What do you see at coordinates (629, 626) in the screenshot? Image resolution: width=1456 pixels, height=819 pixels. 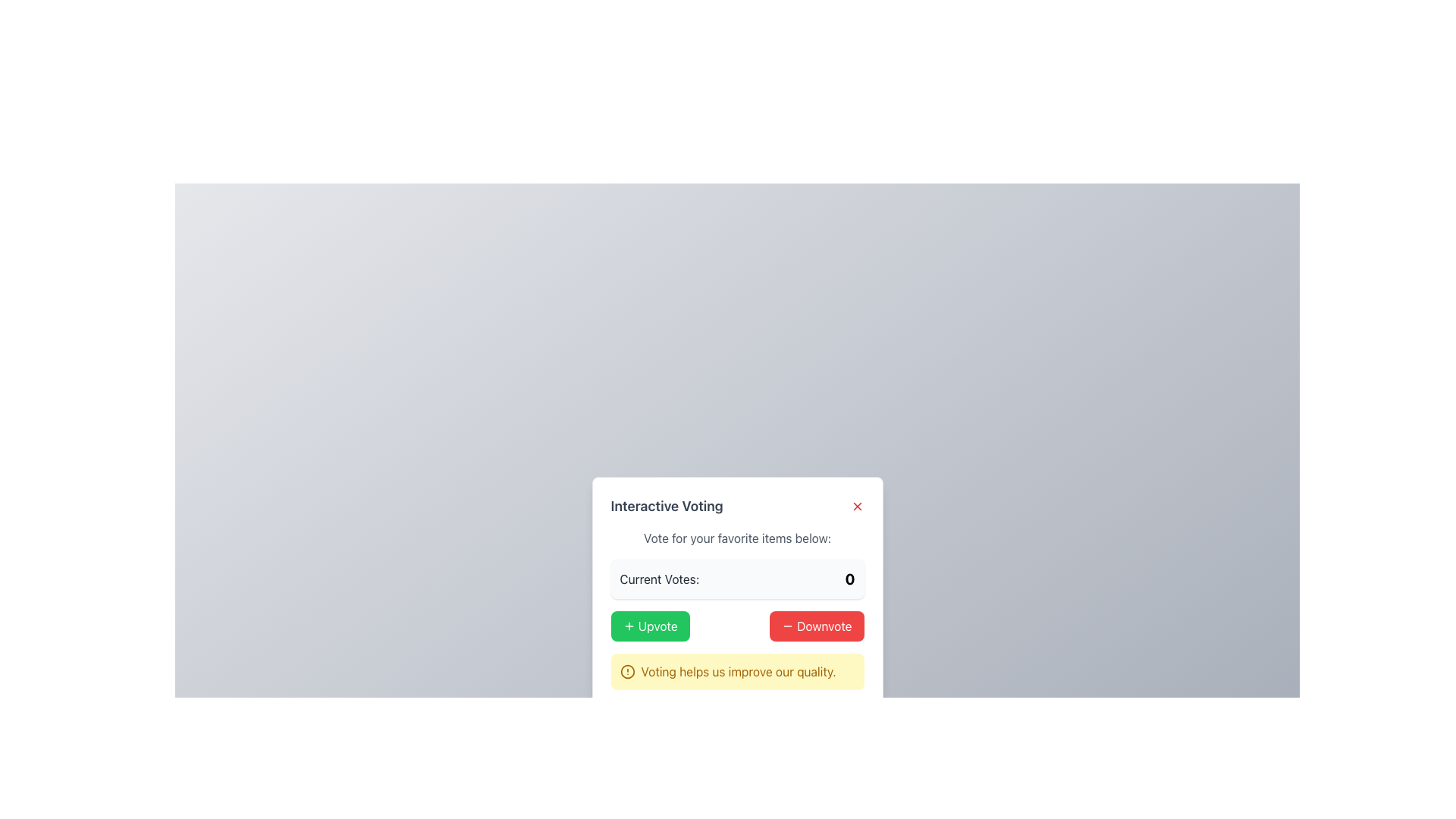 I see `the plus sign icon located at the center-left of the 'Upvote' button` at bounding box center [629, 626].